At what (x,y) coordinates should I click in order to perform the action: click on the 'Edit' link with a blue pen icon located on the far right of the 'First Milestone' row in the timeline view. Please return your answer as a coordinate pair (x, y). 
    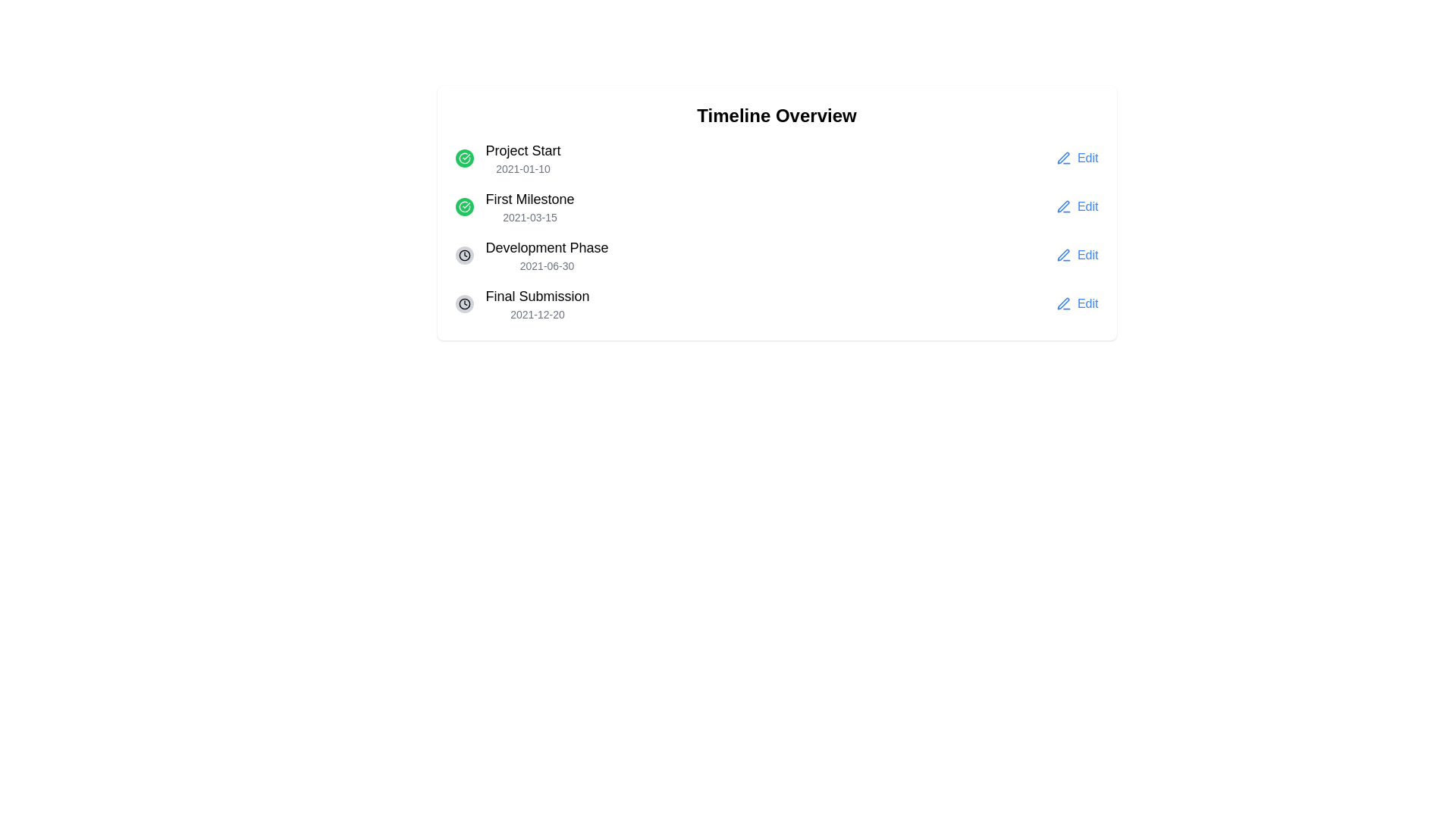
    Looking at the image, I should click on (1076, 207).